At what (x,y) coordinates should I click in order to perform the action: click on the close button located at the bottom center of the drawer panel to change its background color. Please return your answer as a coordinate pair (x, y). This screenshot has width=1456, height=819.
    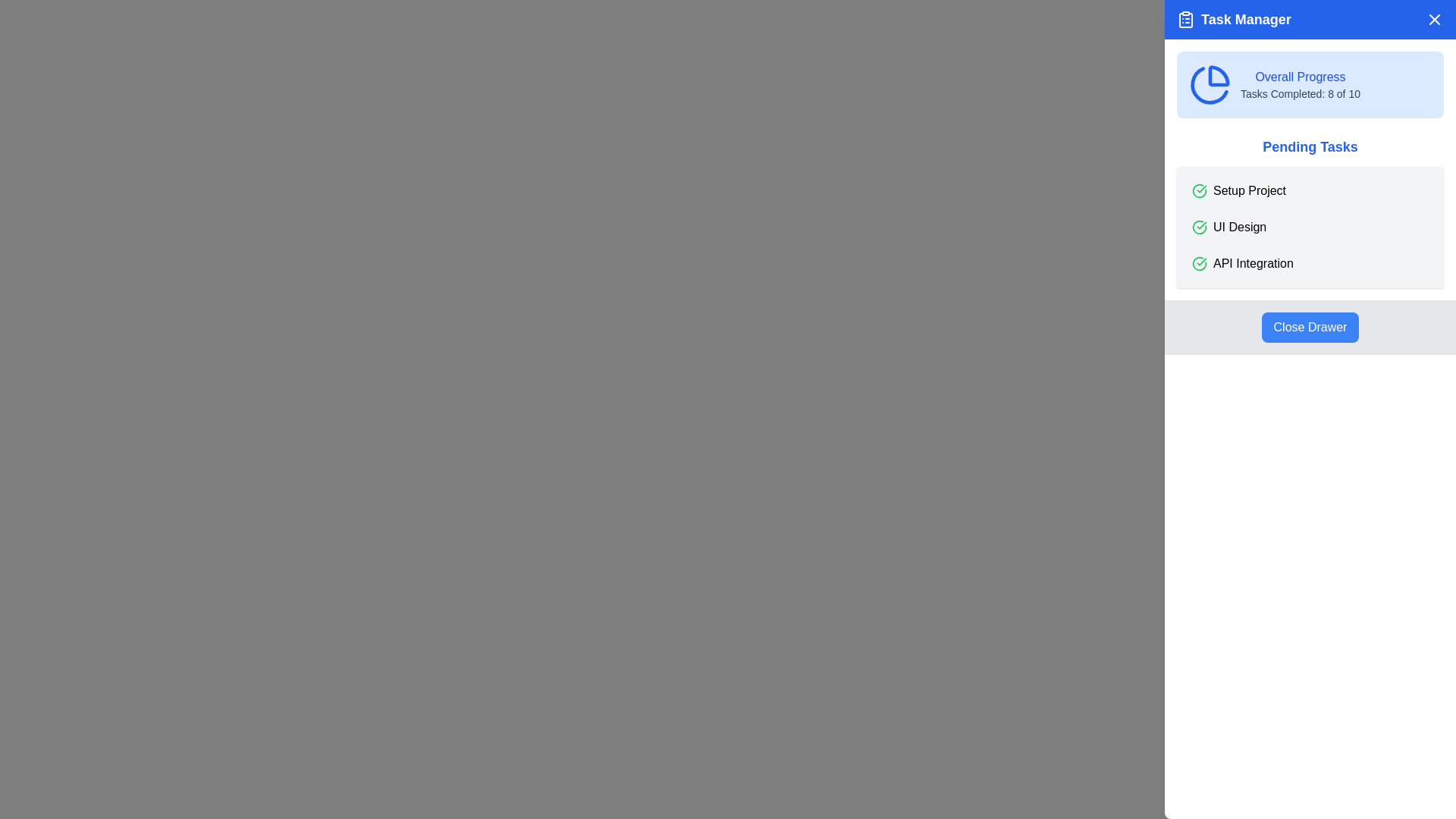
    Looking at the image, I should click on (1310, 327).